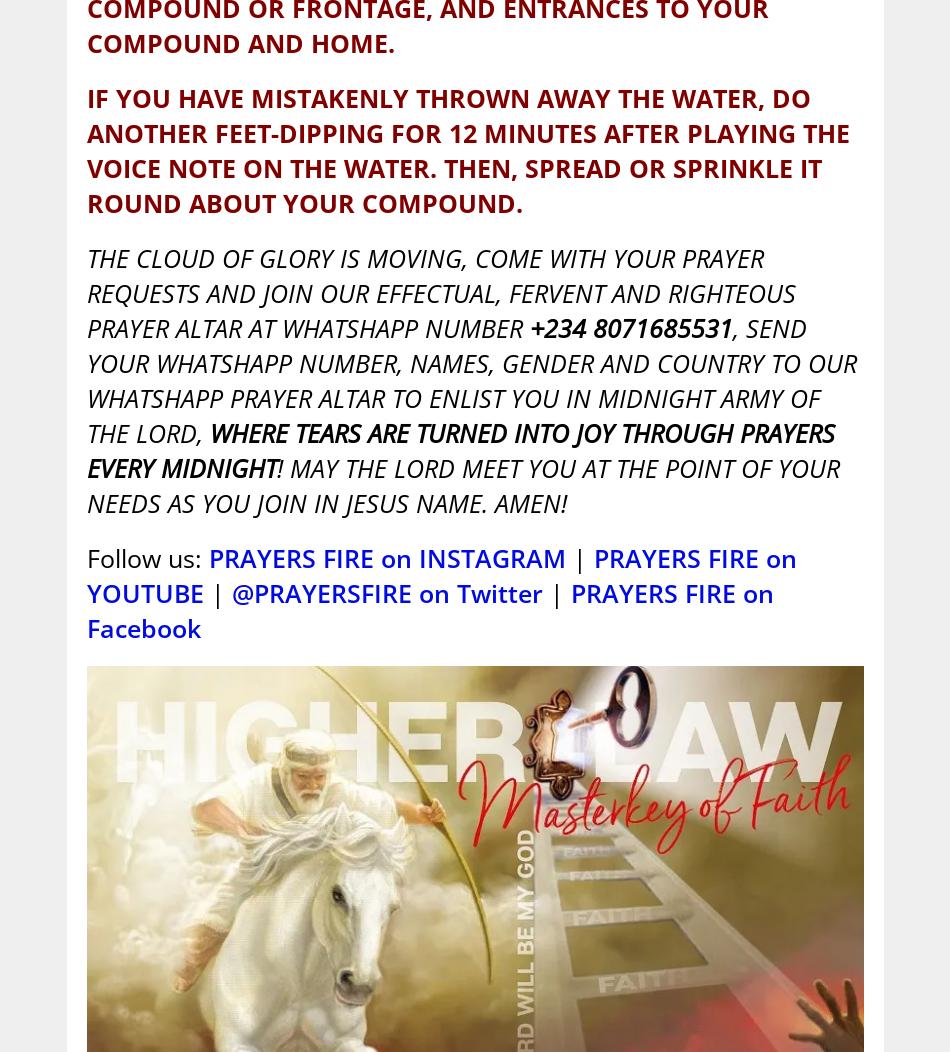  Describe the element at coordinates (385, 557) in the screenshot. I see `'PRAYERS FIRE on INSTAGRAM'` at that location.